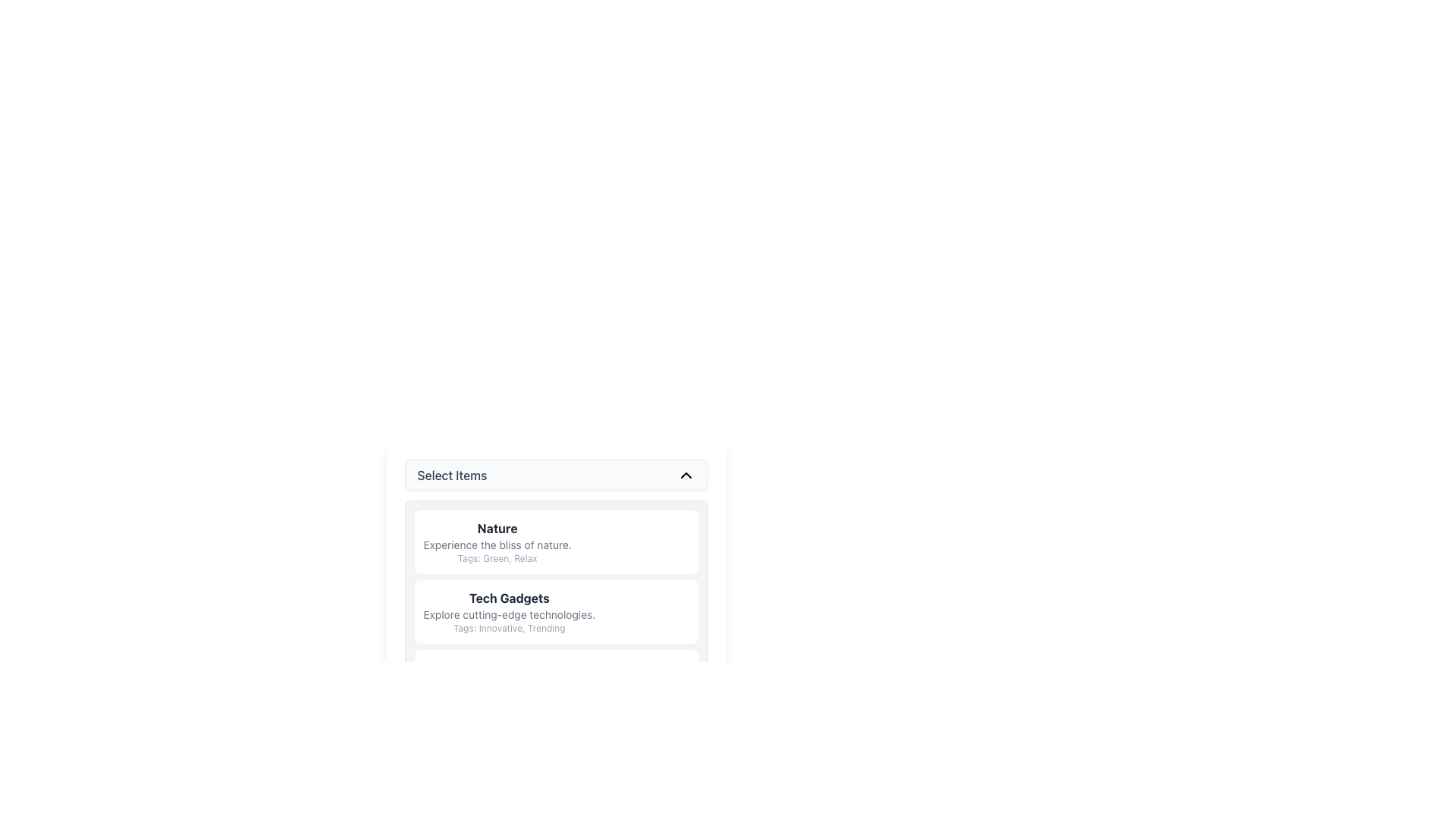 This screenshot has height=819, width=1456. What do you see at coordinates (509, 610) in the screenshot?
I see `the selectable list item for 'Tech Gadgets'` at bounding box center [509, 610].